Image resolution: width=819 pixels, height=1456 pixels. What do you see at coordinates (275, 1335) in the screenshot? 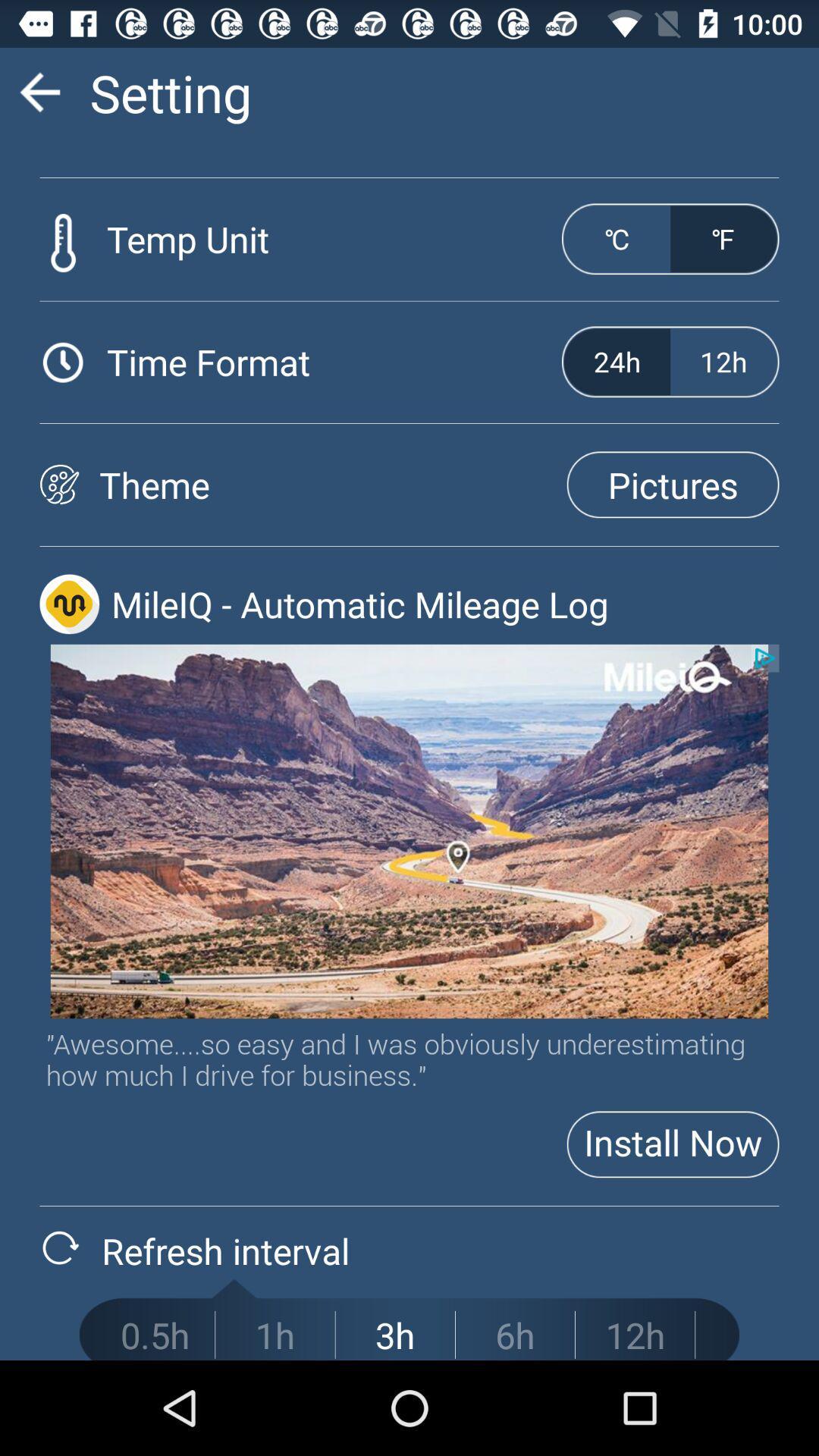
I see `the app below the refresh interval icon` at bounding box center [275, 1335].